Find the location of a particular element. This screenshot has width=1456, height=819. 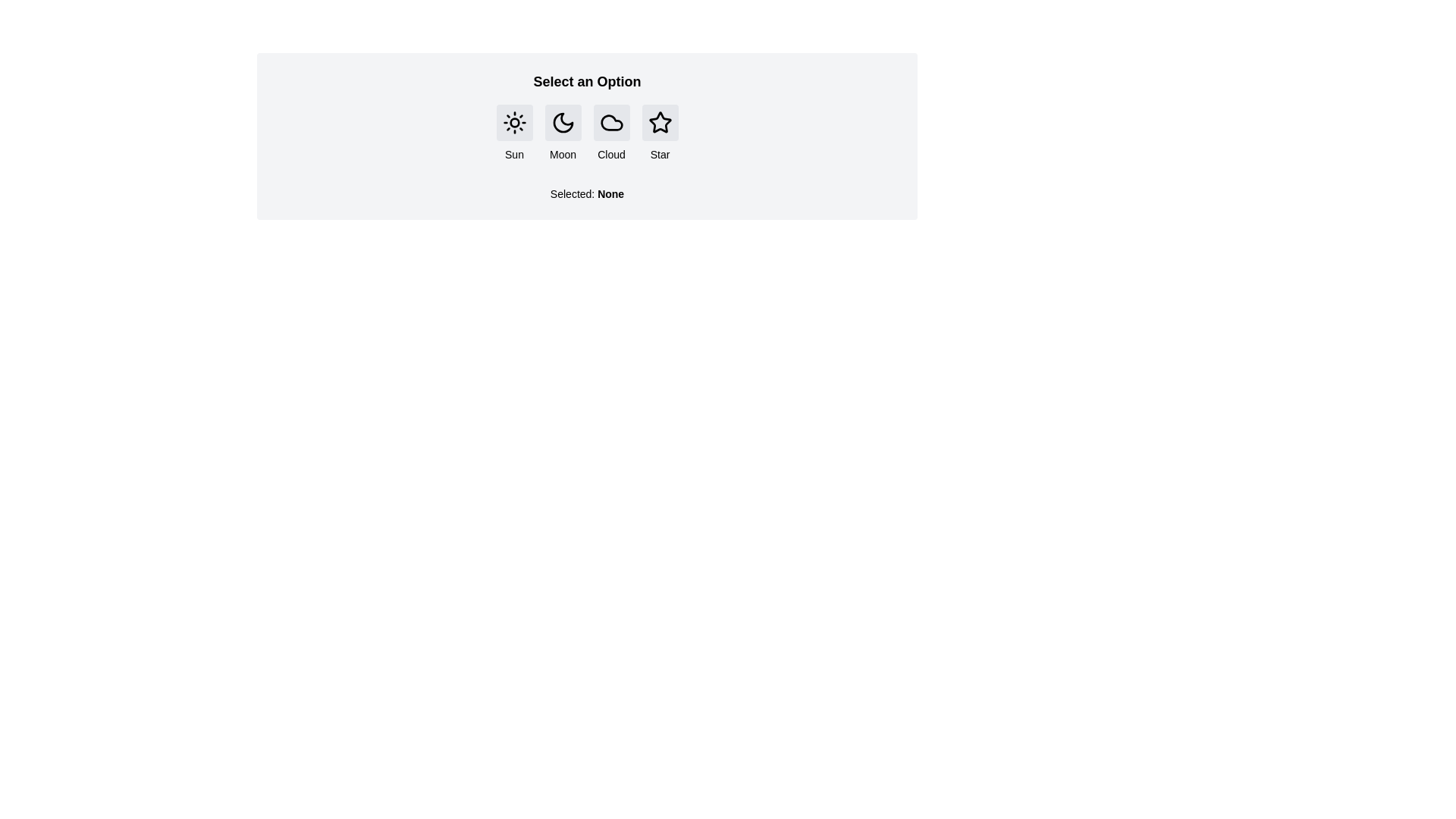

the 'Sun' icon button, which is the first icon in the horizontal row of four within the 'Select an Option' group is located at coordinates (514, 122).